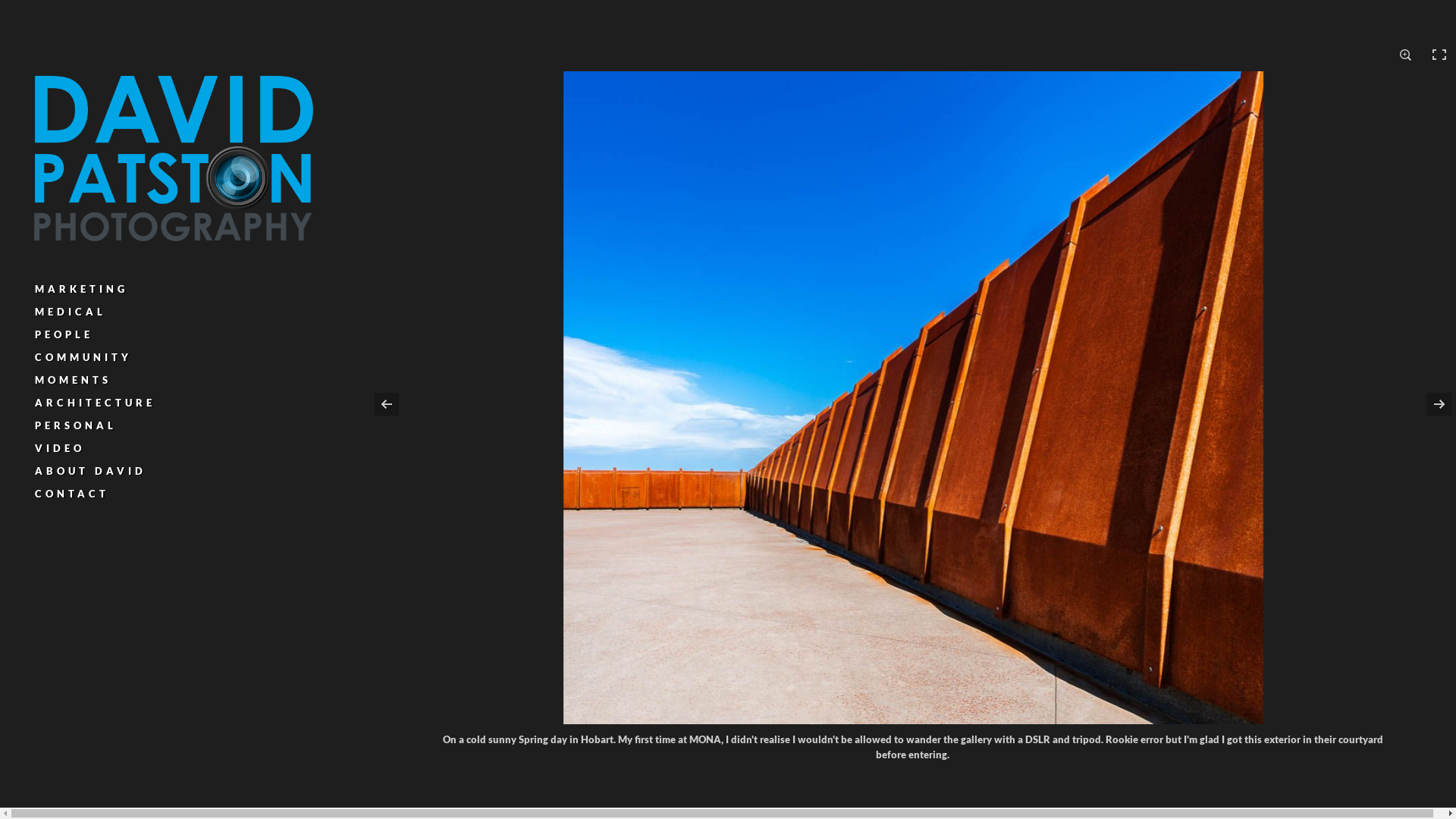 This screenshot has width=1456, height=819. Describe the element at coordinates (89, 470) in the screenshot. I see `'ABOUT DAVID'` at that location.